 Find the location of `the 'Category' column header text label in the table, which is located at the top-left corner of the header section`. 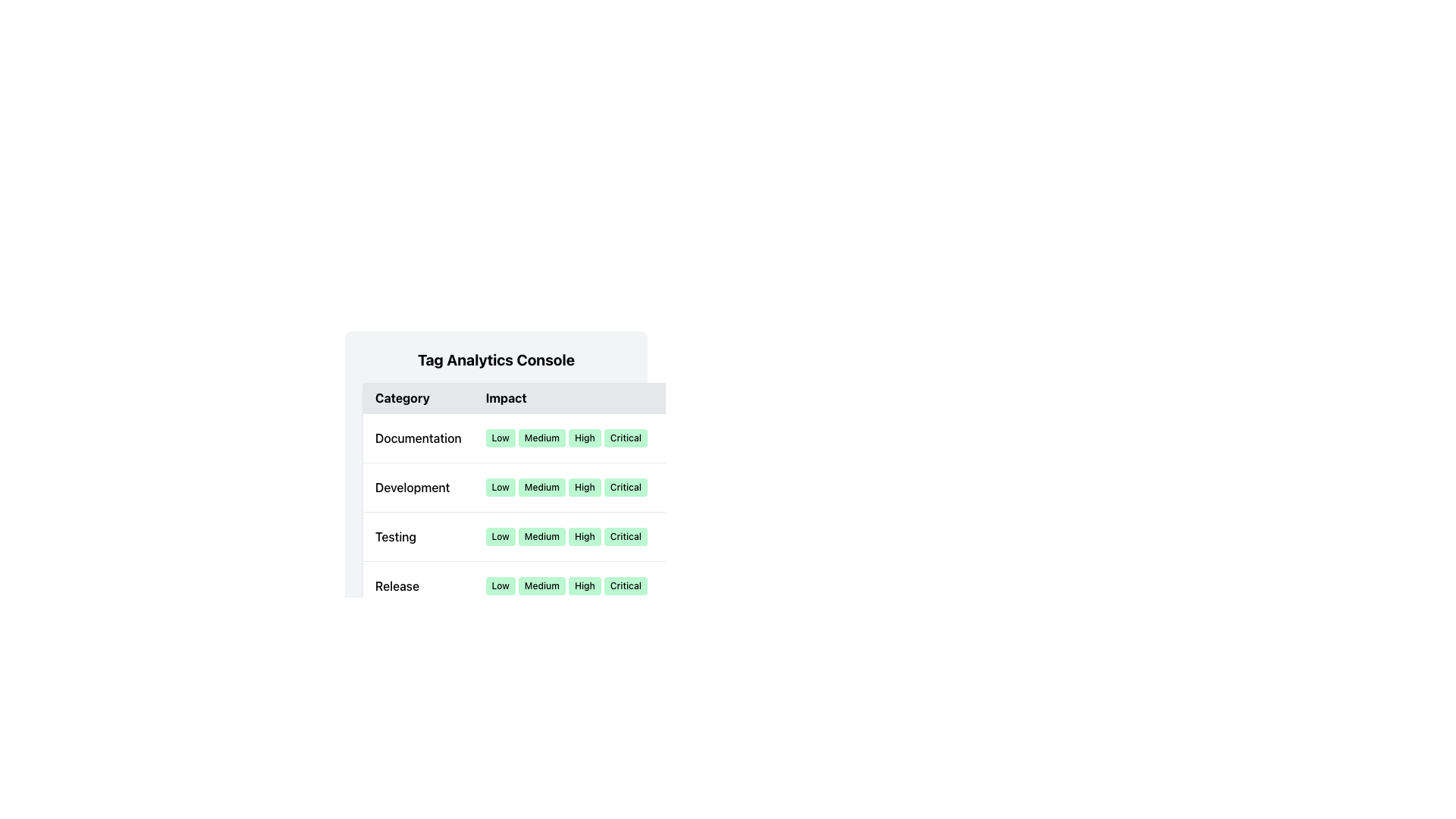

the 'Category' column header text label in the table, which is located at the top-left corner of the header section is located at coordinates (418, 397).